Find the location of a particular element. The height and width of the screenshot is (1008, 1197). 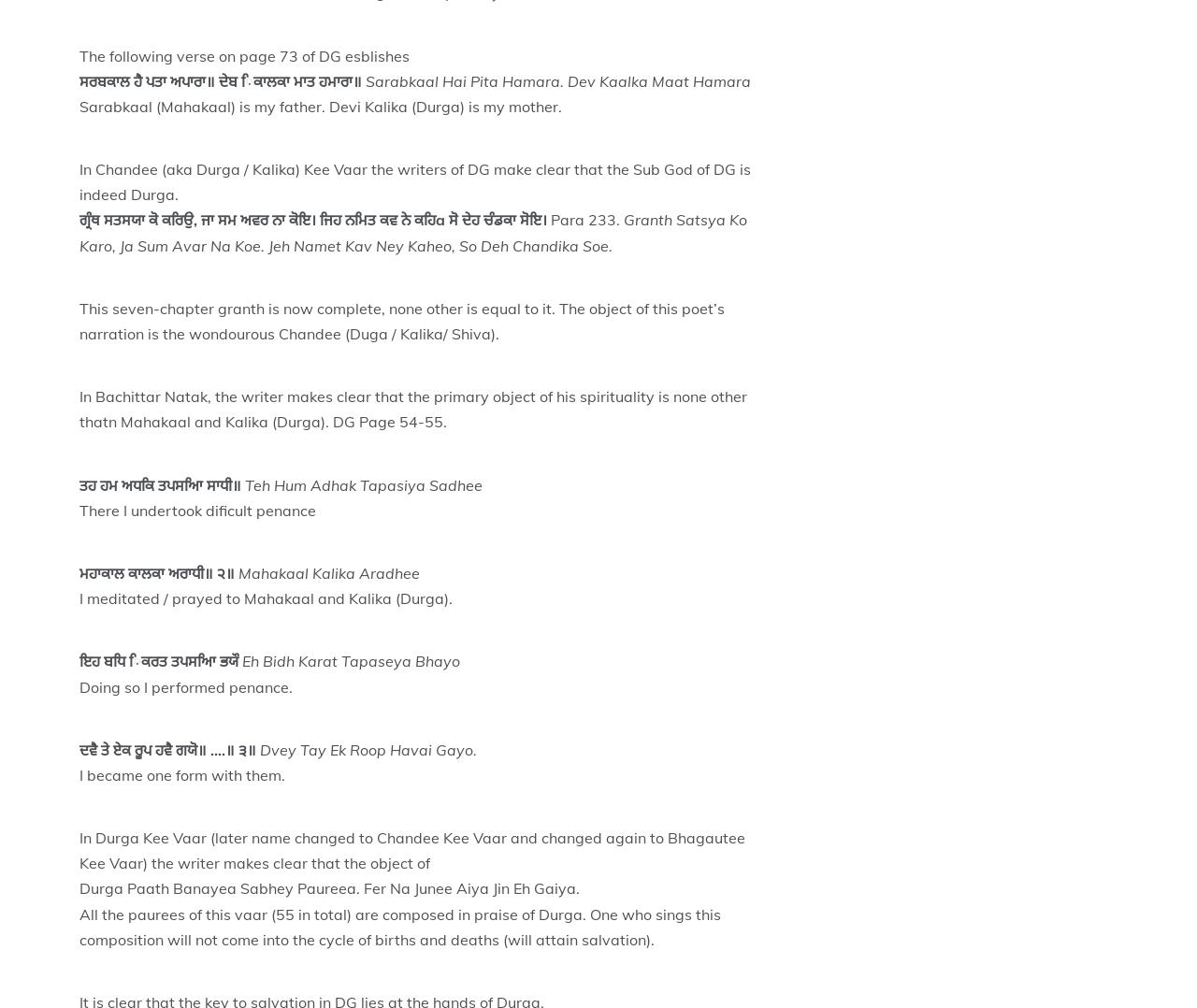

'Teh Hum Adhak Tapasiya Sadhee' is located at coordinates (363, 483).